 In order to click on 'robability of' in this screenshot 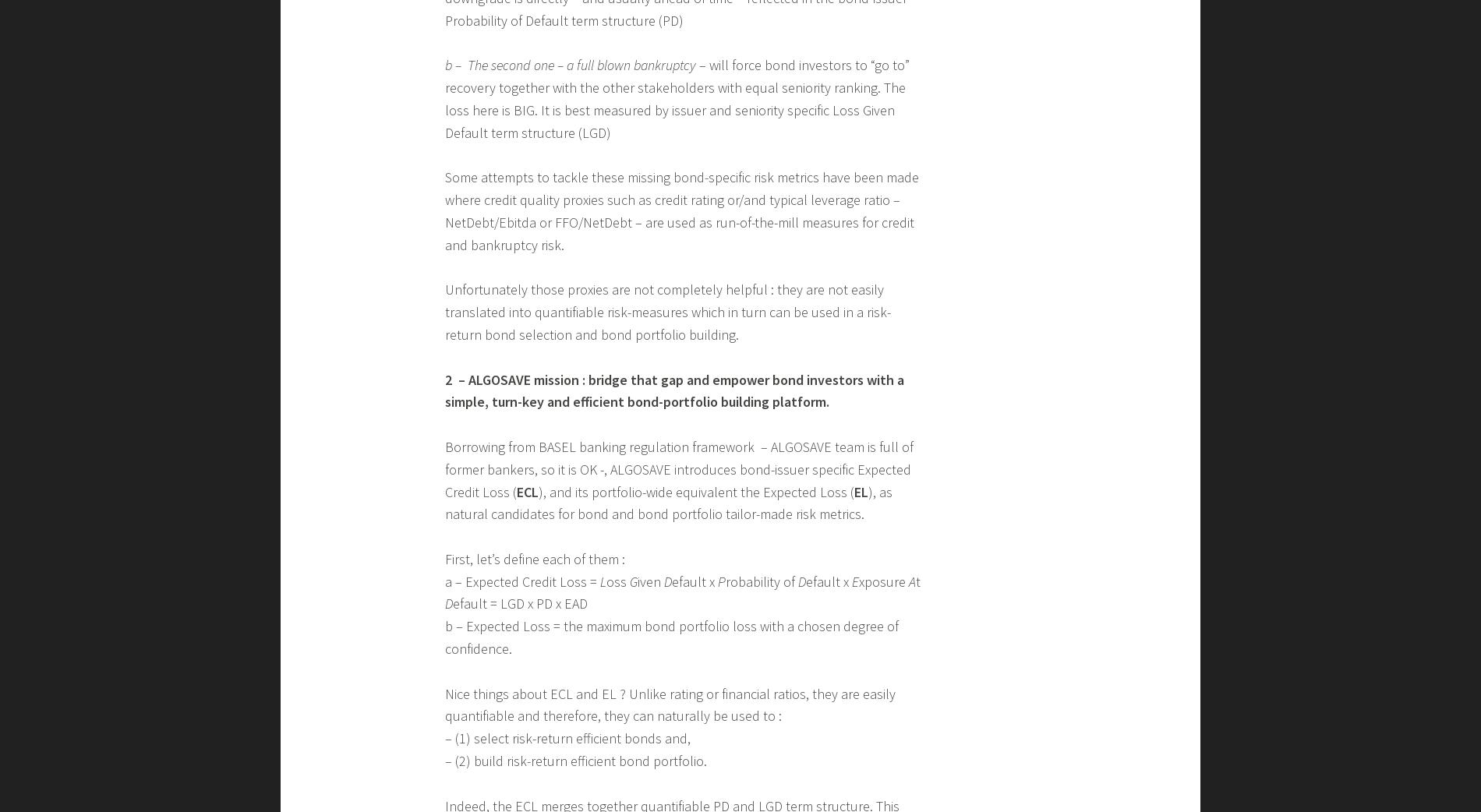, I will do `click(762, 580)`.